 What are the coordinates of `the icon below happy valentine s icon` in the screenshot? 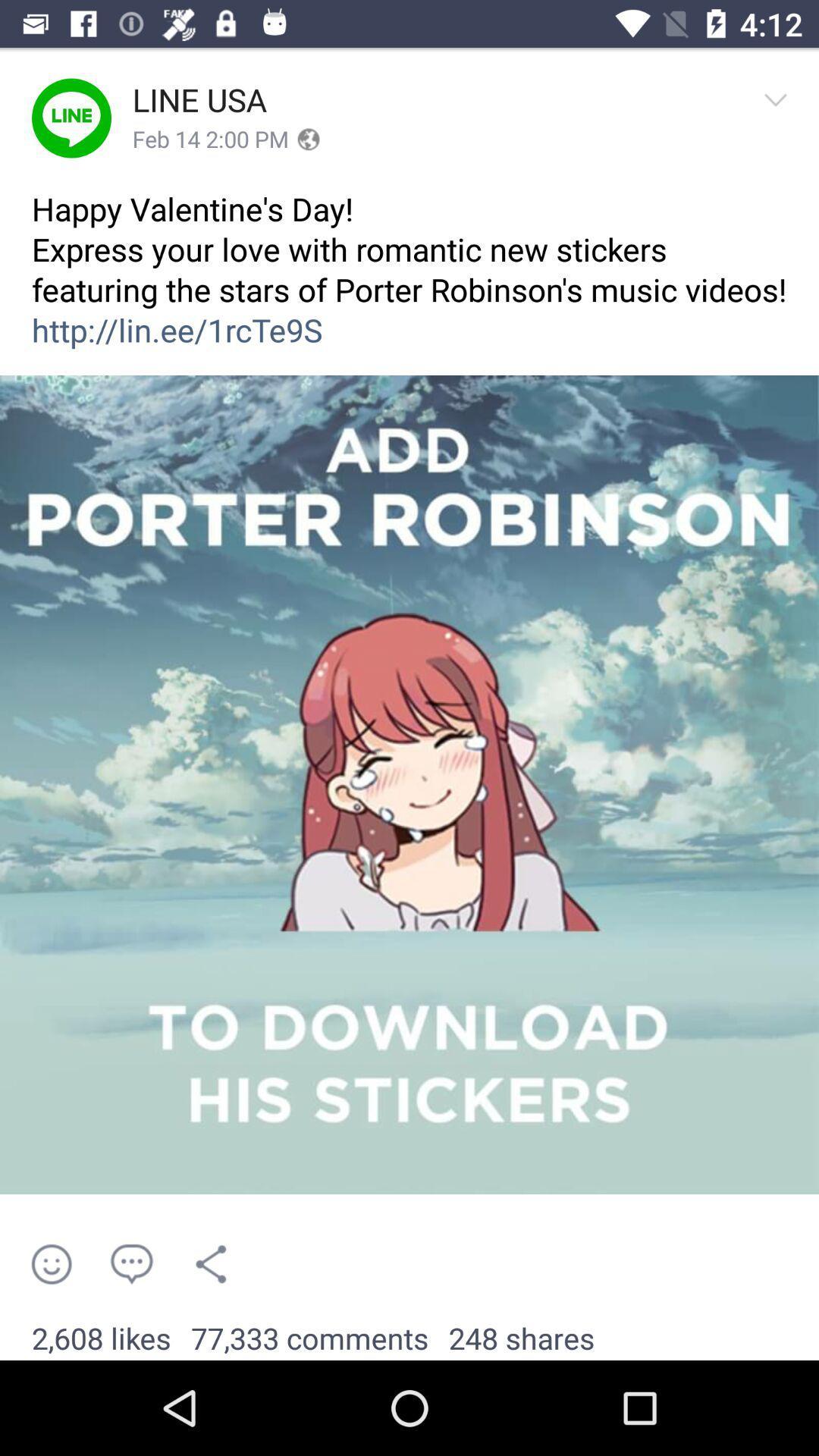 It's located at (409, 785).